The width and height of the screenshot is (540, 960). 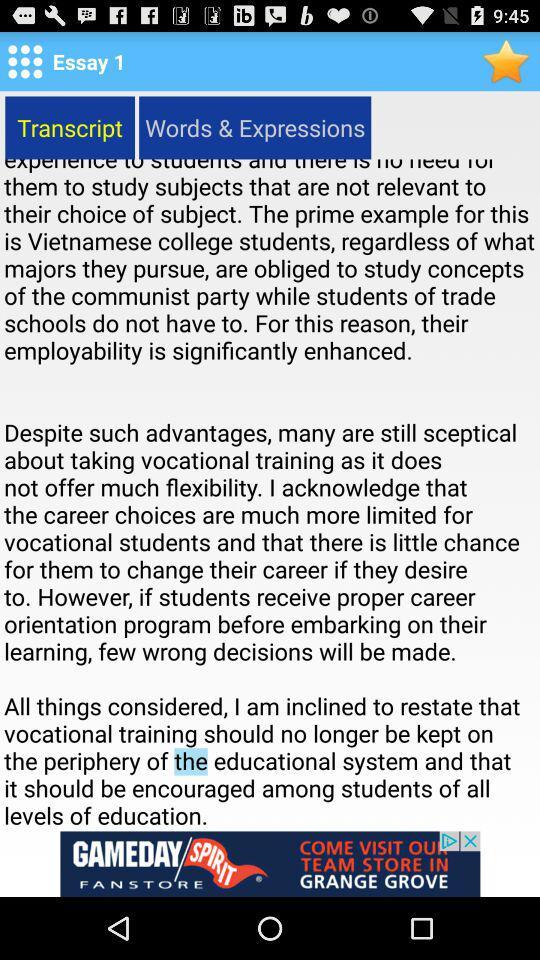 I want to click on setting, so click(x=24, y=61).